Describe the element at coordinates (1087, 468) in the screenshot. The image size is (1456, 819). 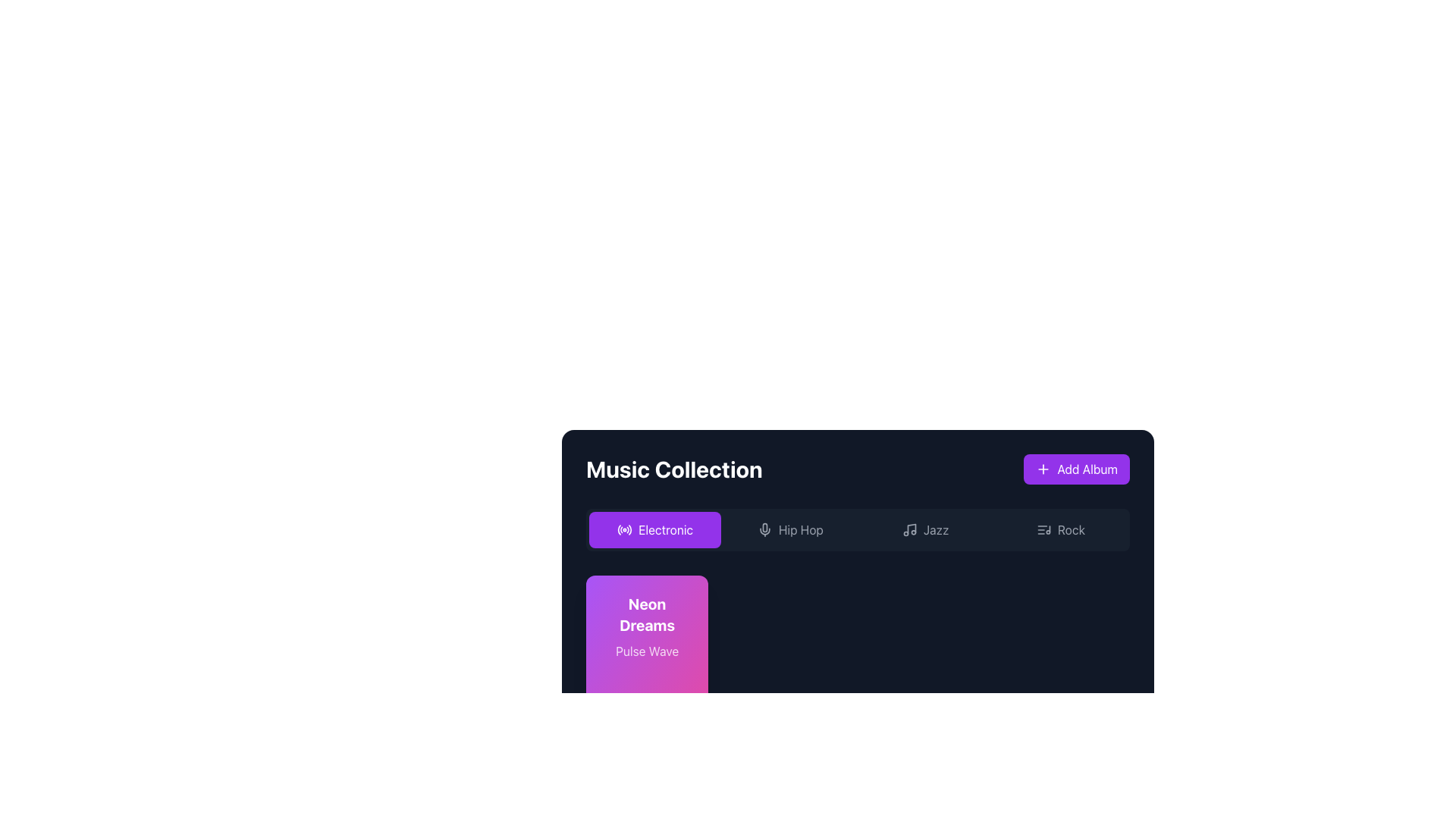
I see `the 'Add Album' label text located in the top-right corner of the interface` at that location.